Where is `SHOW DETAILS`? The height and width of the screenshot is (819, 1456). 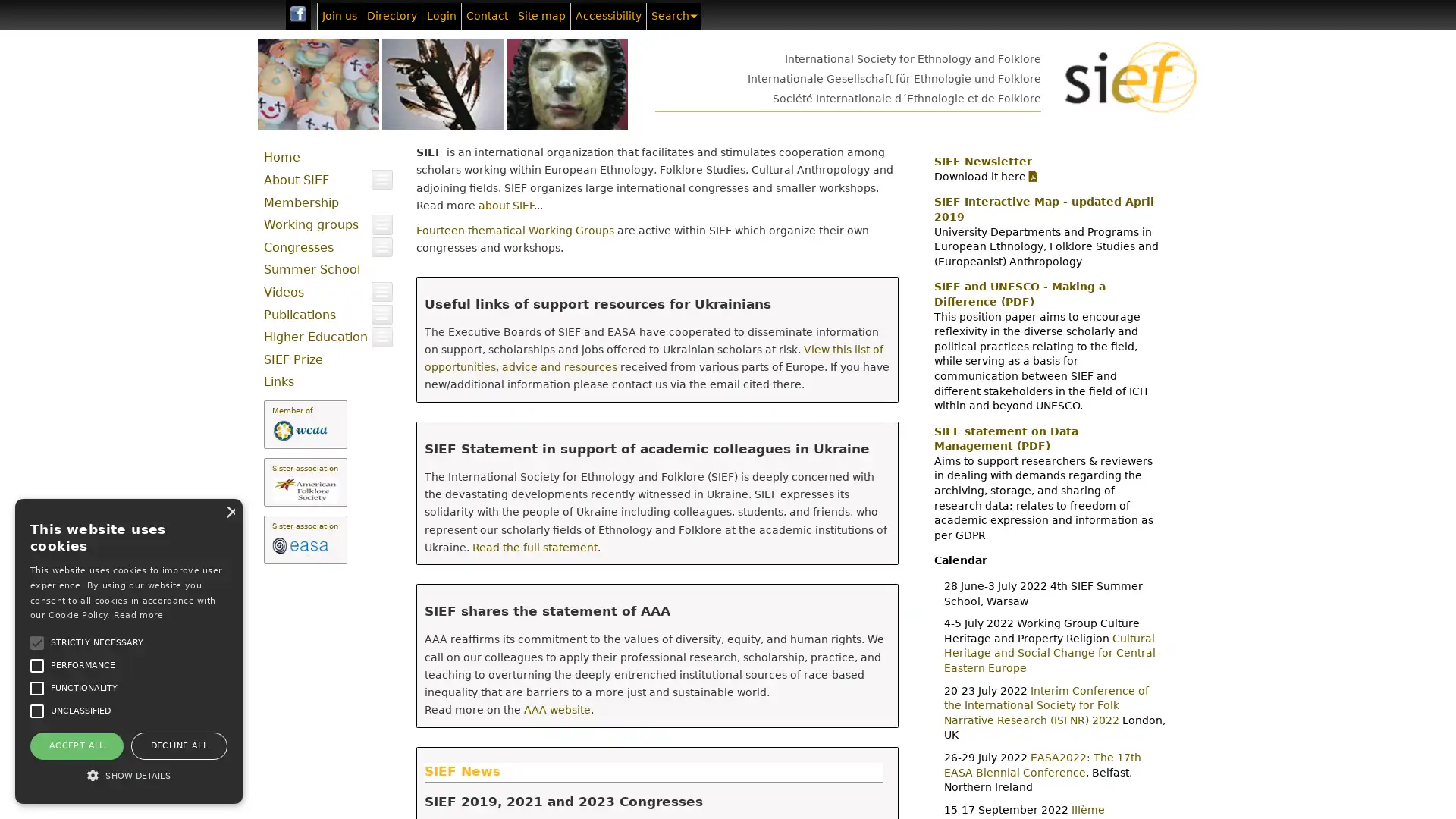 SHOW DETAILS is located at coordinates (128, 775).